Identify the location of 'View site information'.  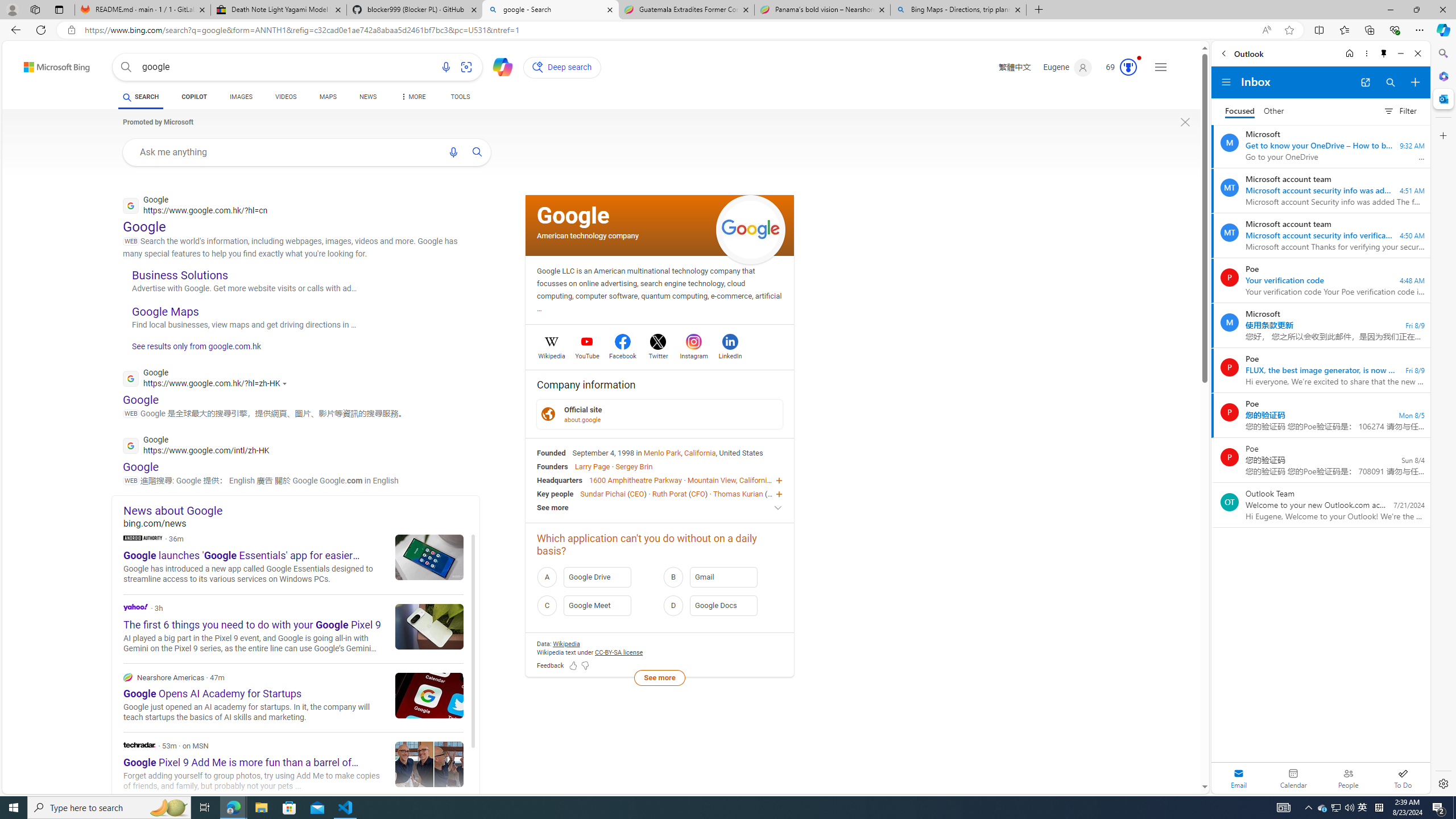
(71, 30).